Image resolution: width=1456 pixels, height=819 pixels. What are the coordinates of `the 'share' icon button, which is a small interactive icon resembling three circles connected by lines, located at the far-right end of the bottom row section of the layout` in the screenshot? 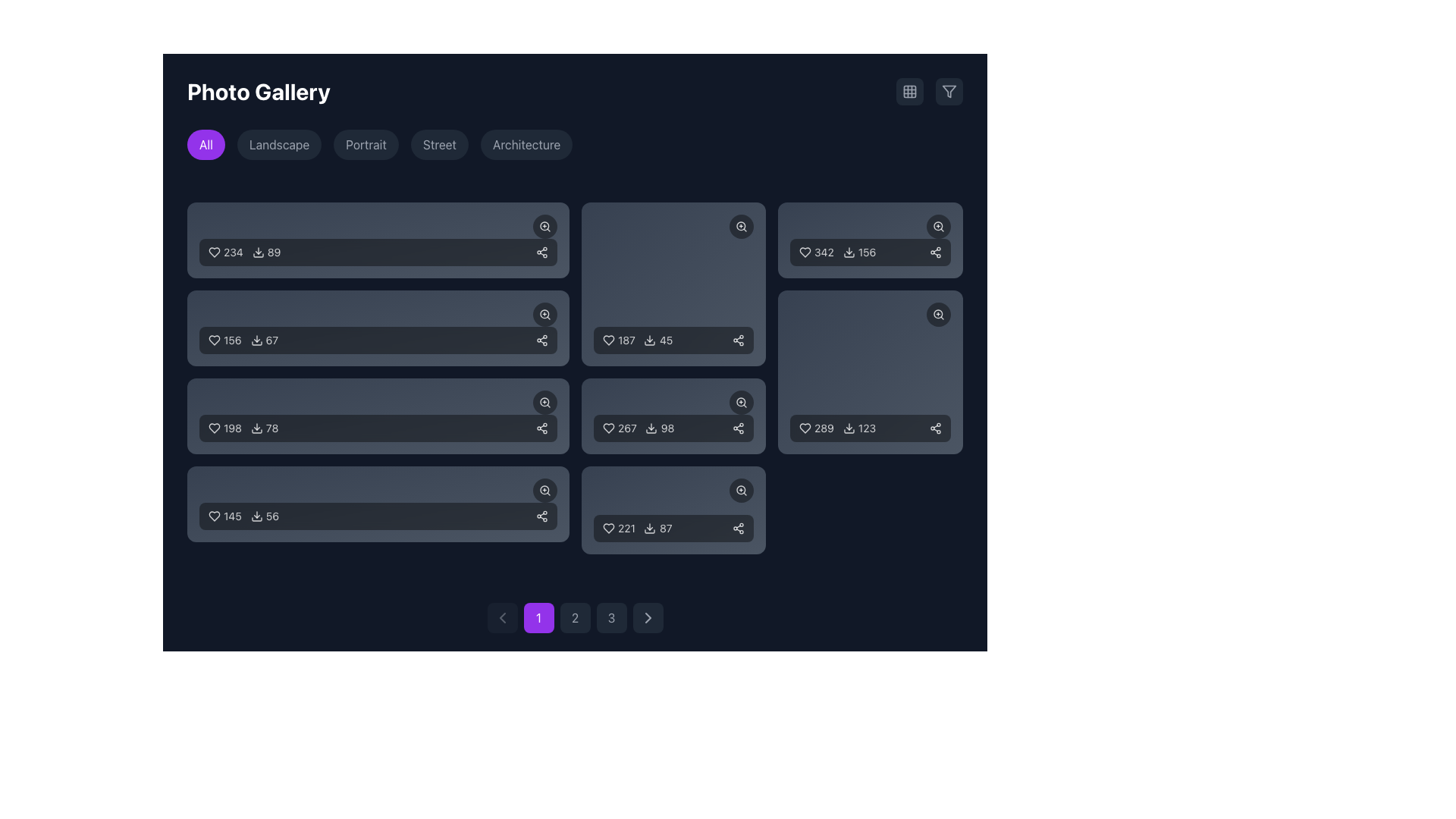 It's located at (541, 516).